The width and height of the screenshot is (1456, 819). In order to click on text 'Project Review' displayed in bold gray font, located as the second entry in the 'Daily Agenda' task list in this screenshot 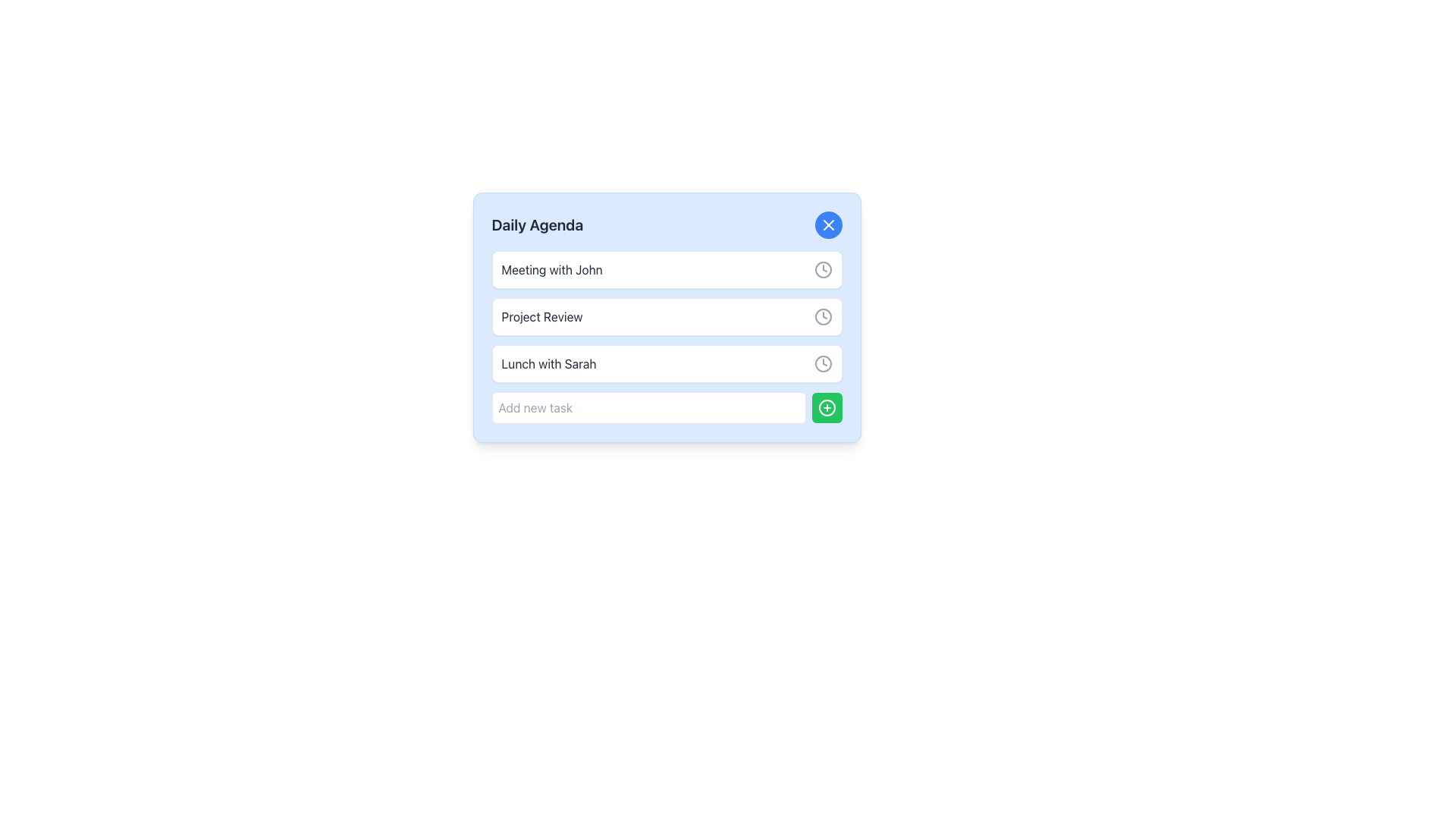, I will do `click(542, 315)`.